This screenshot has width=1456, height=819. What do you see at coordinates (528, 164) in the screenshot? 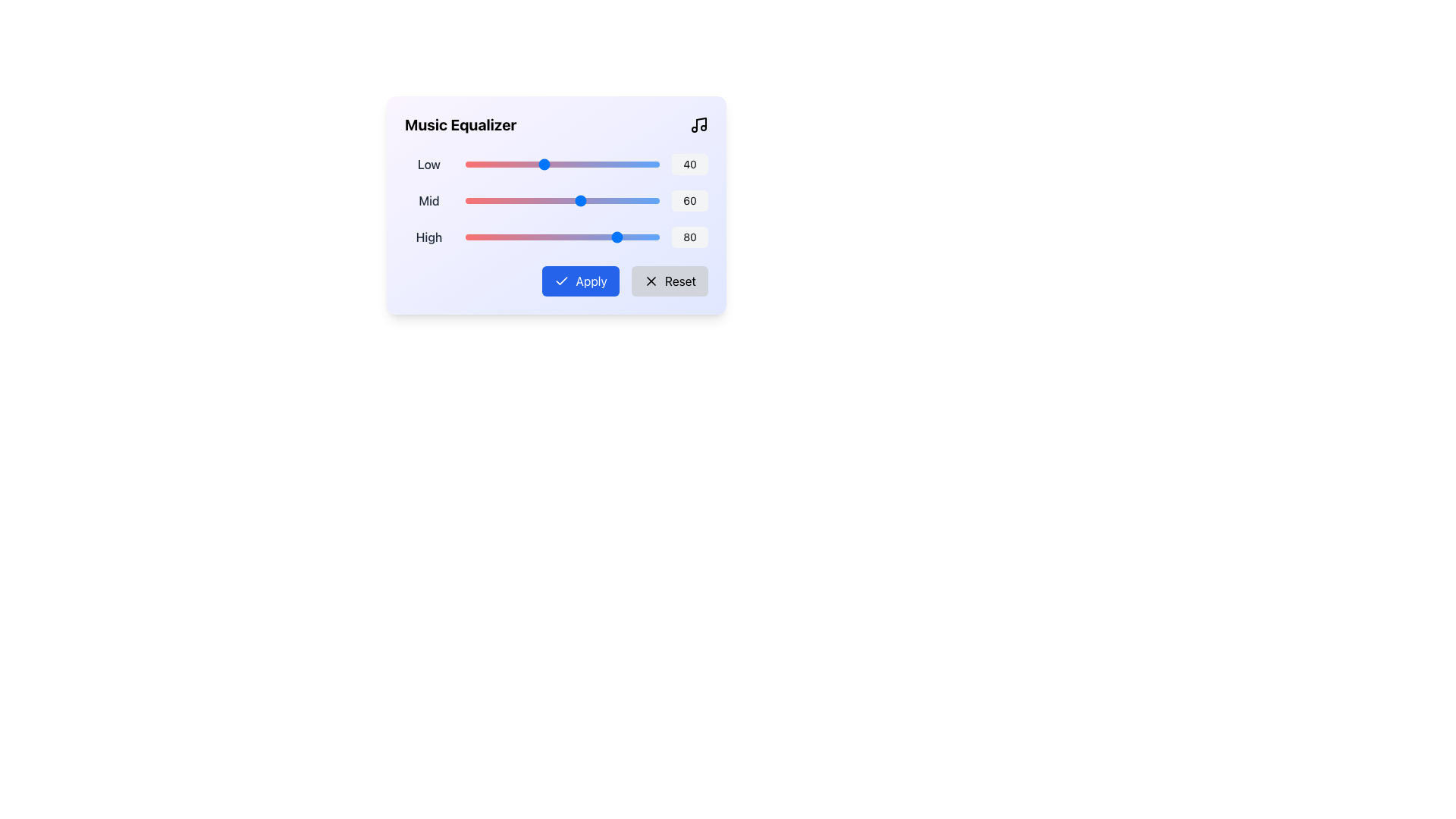
I see `the low equalizer slider` at bounding box center [528, 164].